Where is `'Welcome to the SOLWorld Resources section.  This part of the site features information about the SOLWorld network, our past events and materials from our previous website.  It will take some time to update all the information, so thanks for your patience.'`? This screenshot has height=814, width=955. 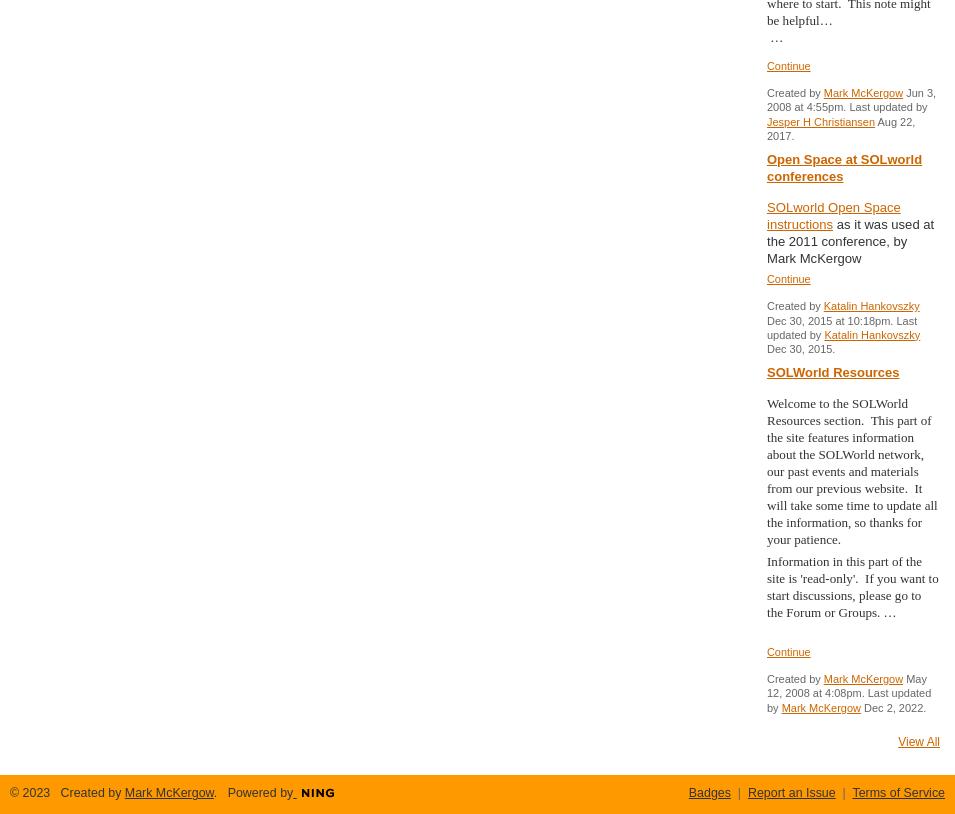 'Welcome to the SOLWorld Resources section.  This part of the site features information about the SOLWorld network, our past events and materials from our previous website.  It will take some time to update all the information, so thanks for your patience.' is located at coordinates (851, 469).